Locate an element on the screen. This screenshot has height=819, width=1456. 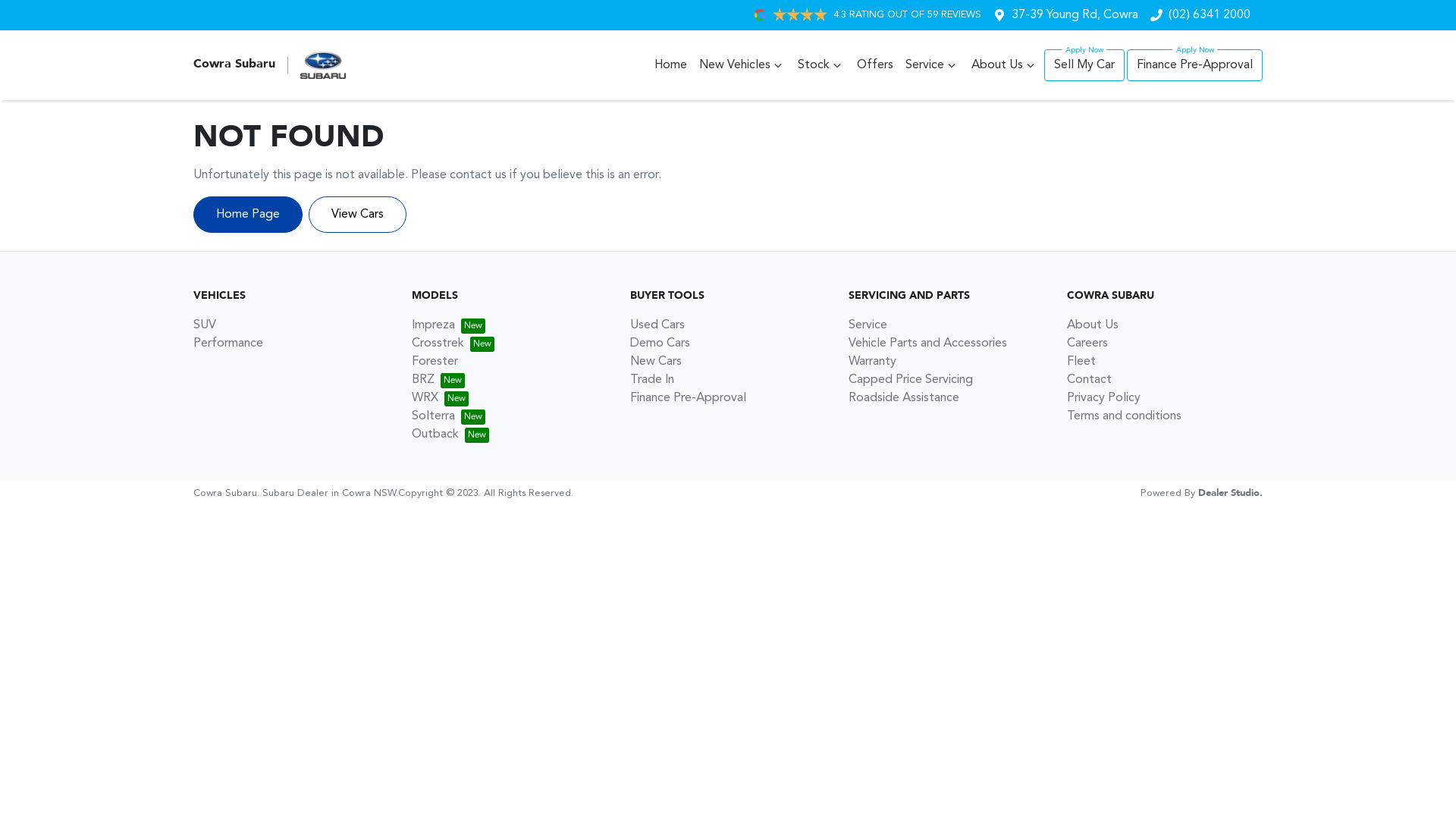
'Contact' is located at coordinates (1088, 379).